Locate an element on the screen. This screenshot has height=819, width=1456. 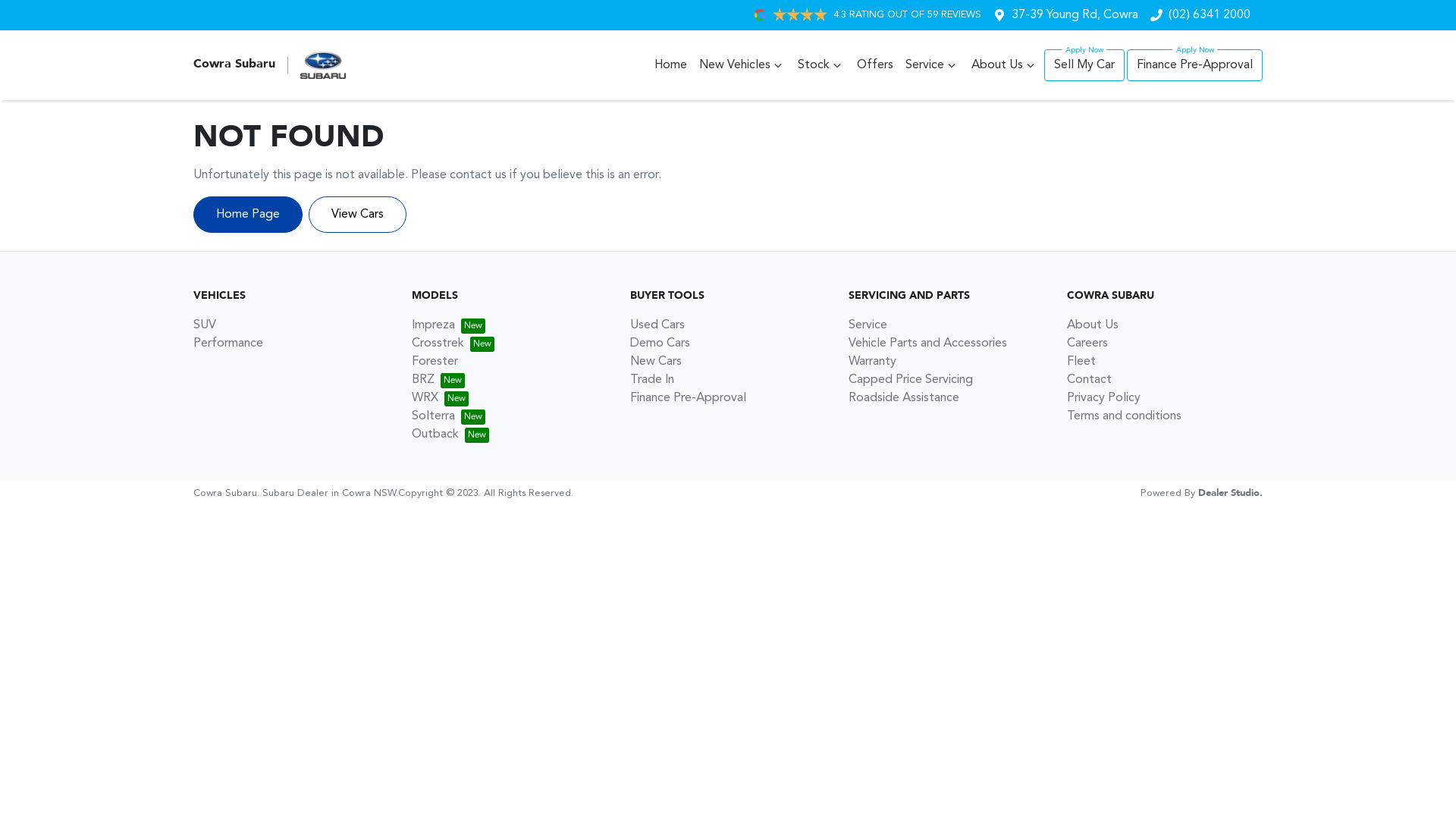
'Contact' is located at coordinates (1088, 379).